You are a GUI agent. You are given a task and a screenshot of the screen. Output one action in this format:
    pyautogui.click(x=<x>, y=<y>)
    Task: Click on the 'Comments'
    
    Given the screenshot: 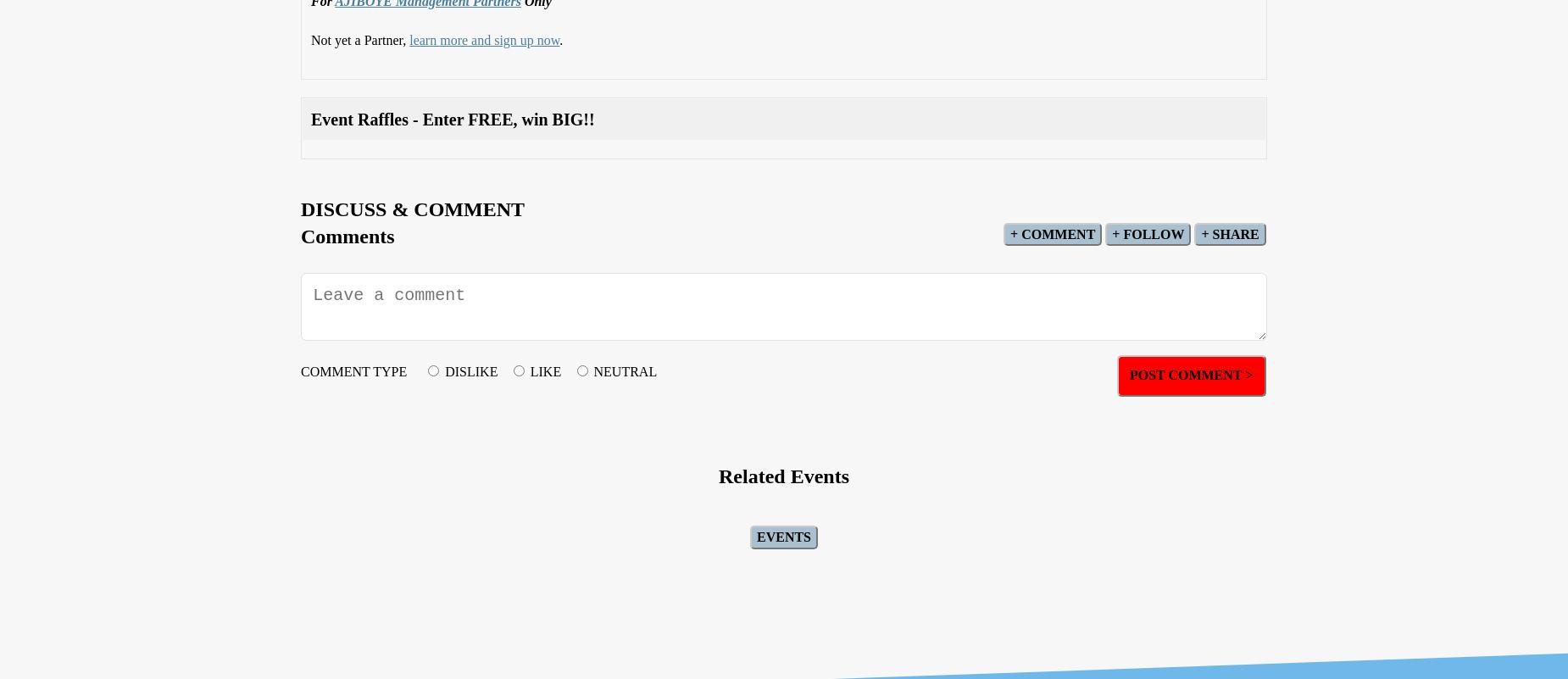 What is the action you would take?
    pyautogui.click(x=300, y=235)
    